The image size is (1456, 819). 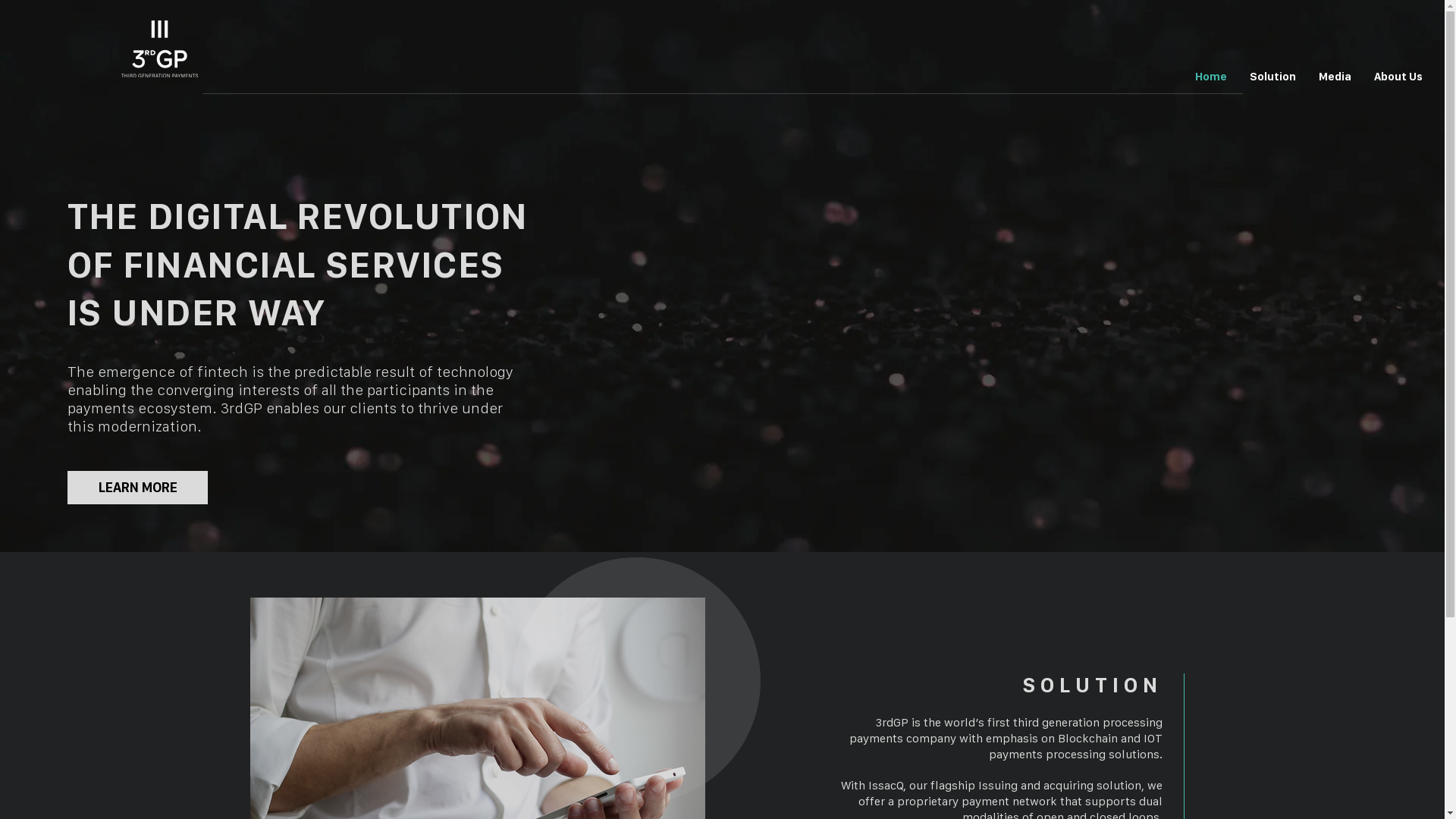 What do you see at coordinates (1397, 76) in the screenshot?
I see `'About Us'` at bounding box center [1397, 76].